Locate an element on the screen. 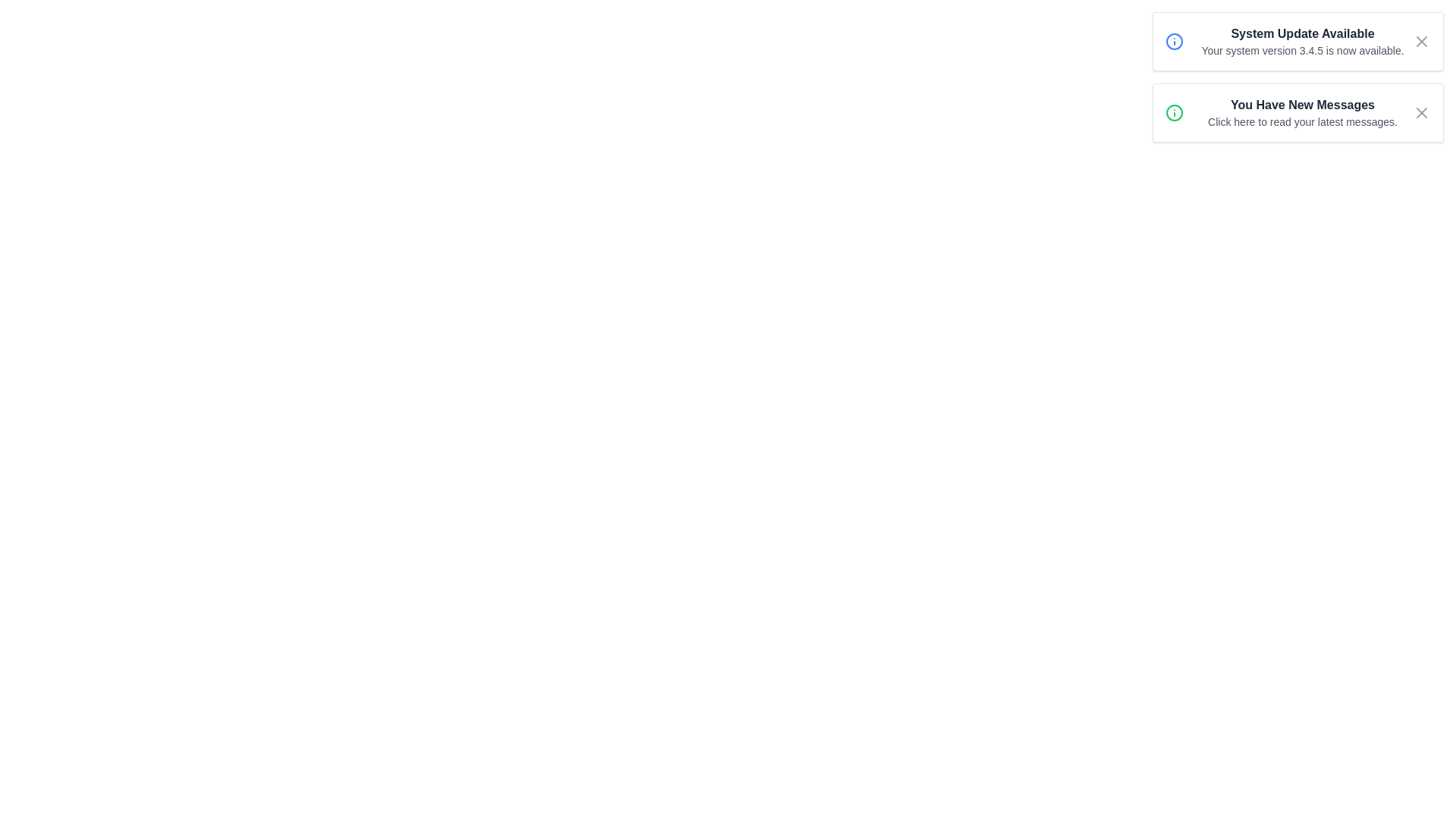  the notification to read its details is located at coordinates (1298, 77).